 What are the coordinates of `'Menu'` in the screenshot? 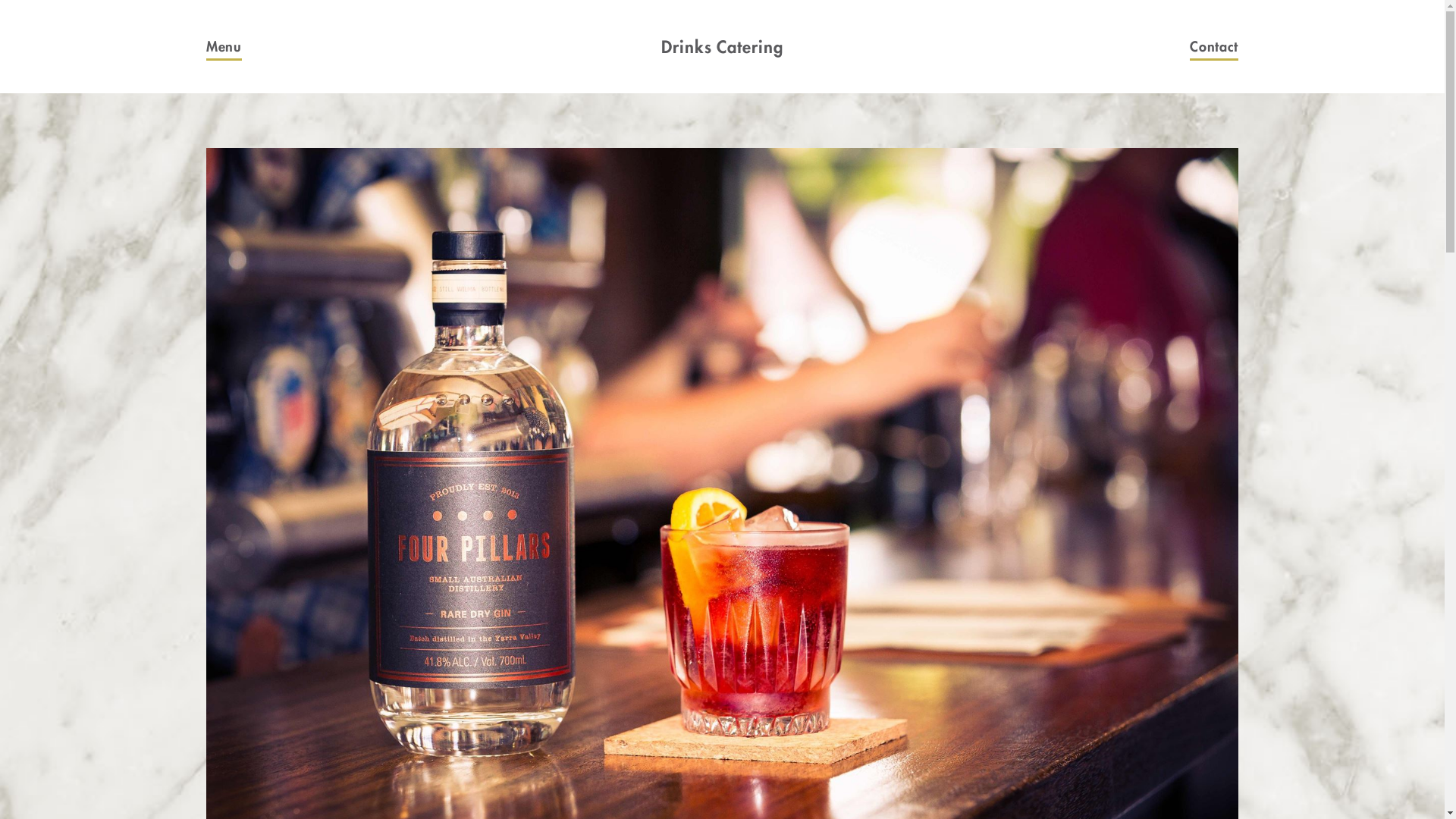 It's located at (206, 45).